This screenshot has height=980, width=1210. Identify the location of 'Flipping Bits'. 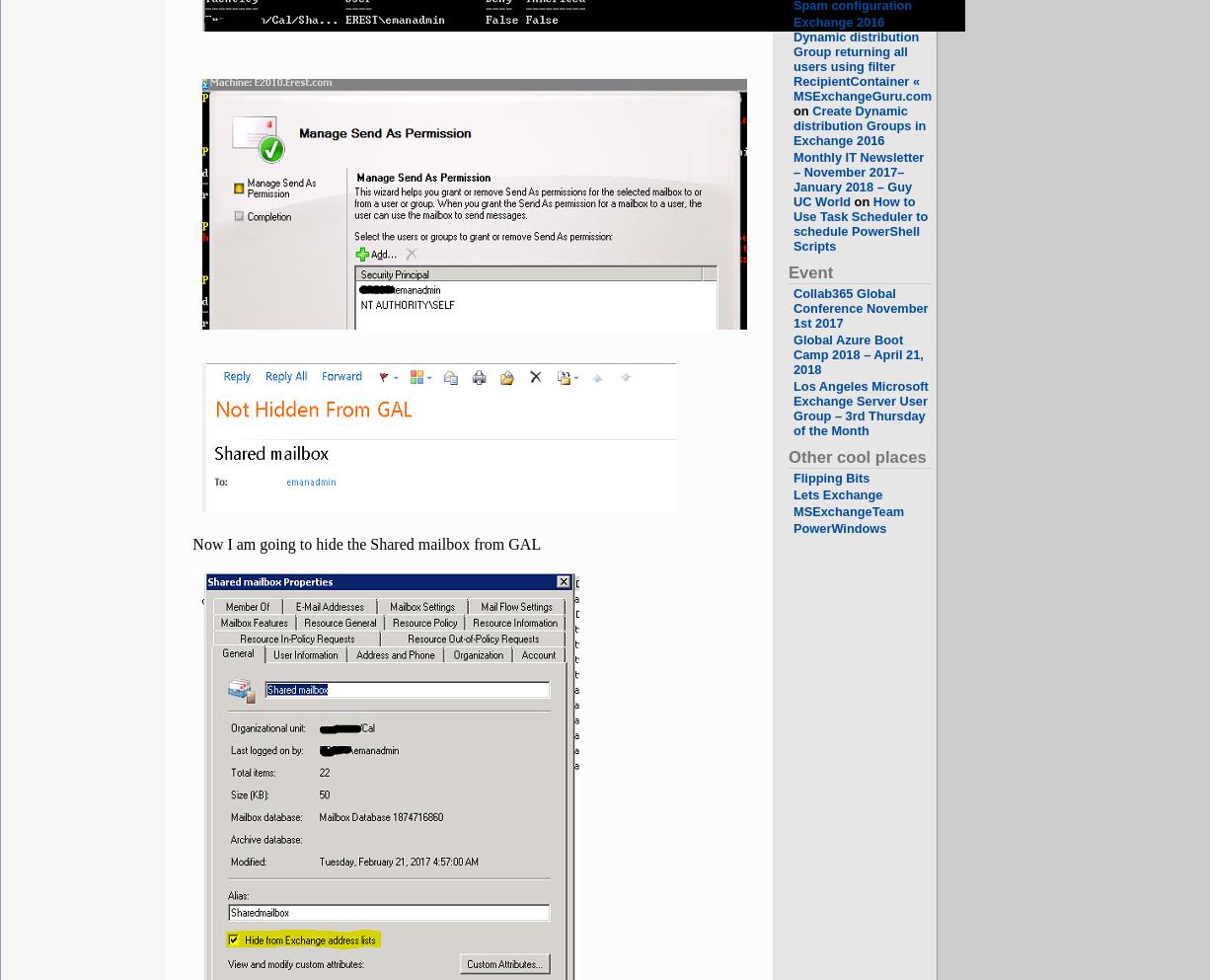
(831, 477).